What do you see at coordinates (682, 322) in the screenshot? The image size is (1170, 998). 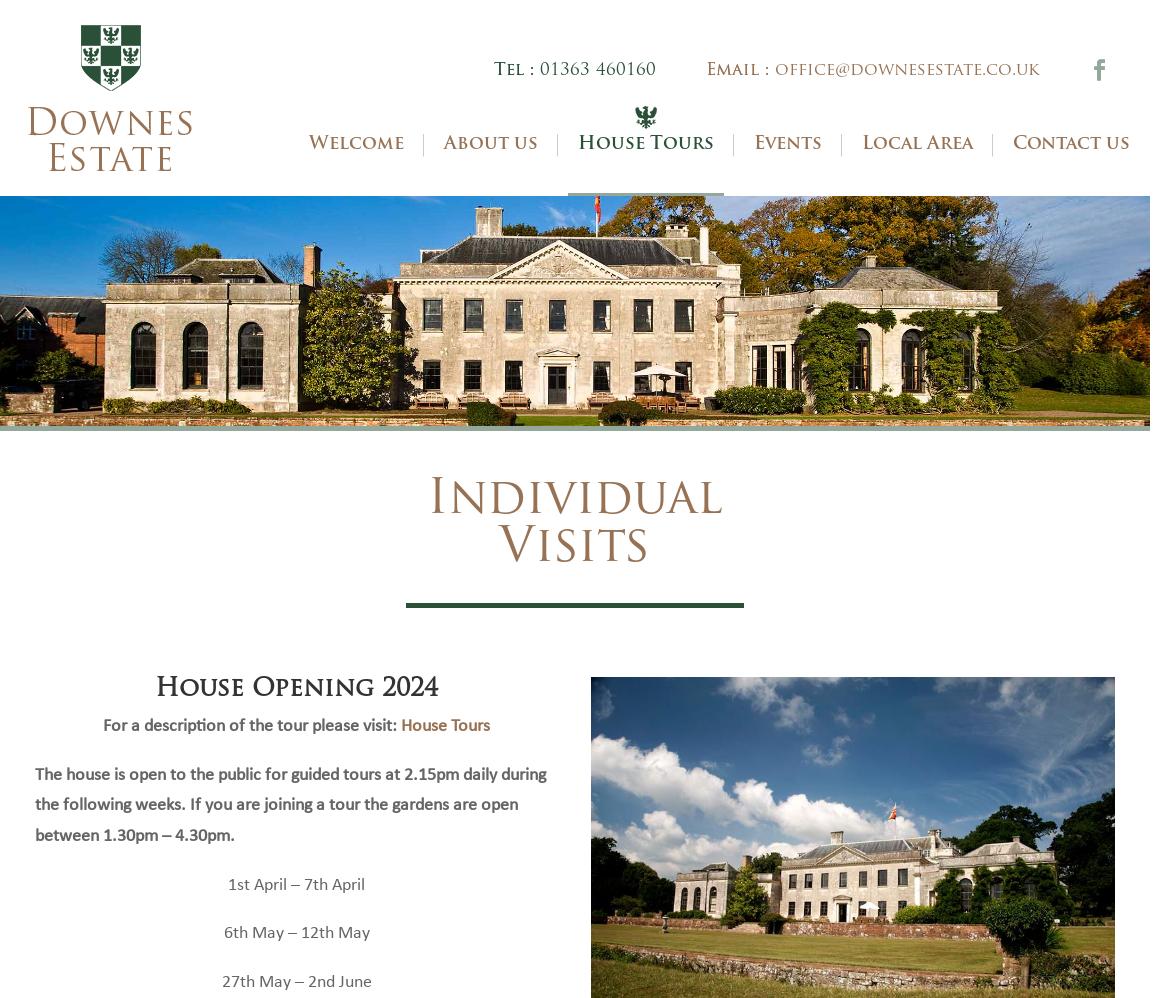 I see `'Group Visits'` at bounding box center [682, 322].